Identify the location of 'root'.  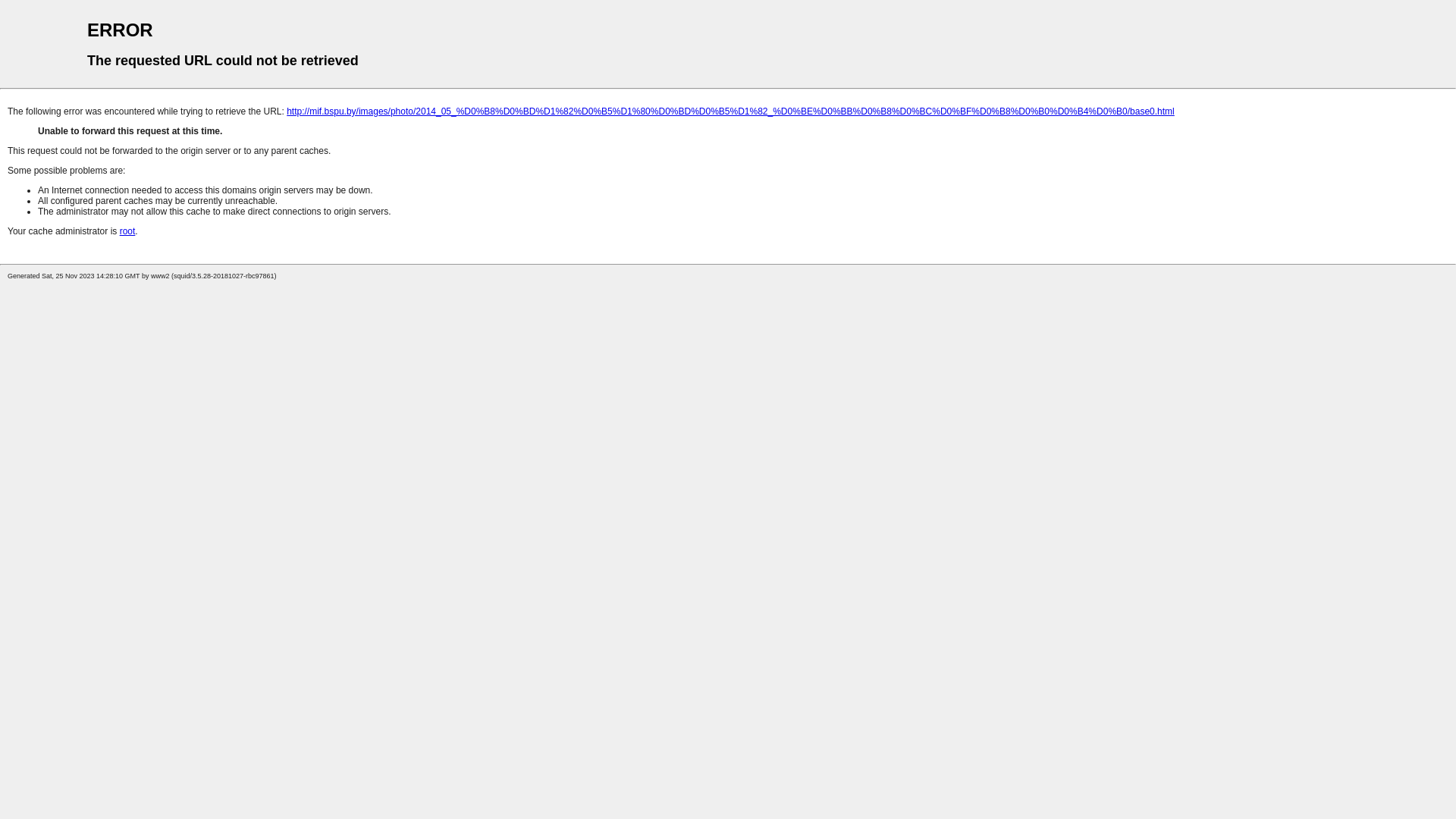
(127, 231).